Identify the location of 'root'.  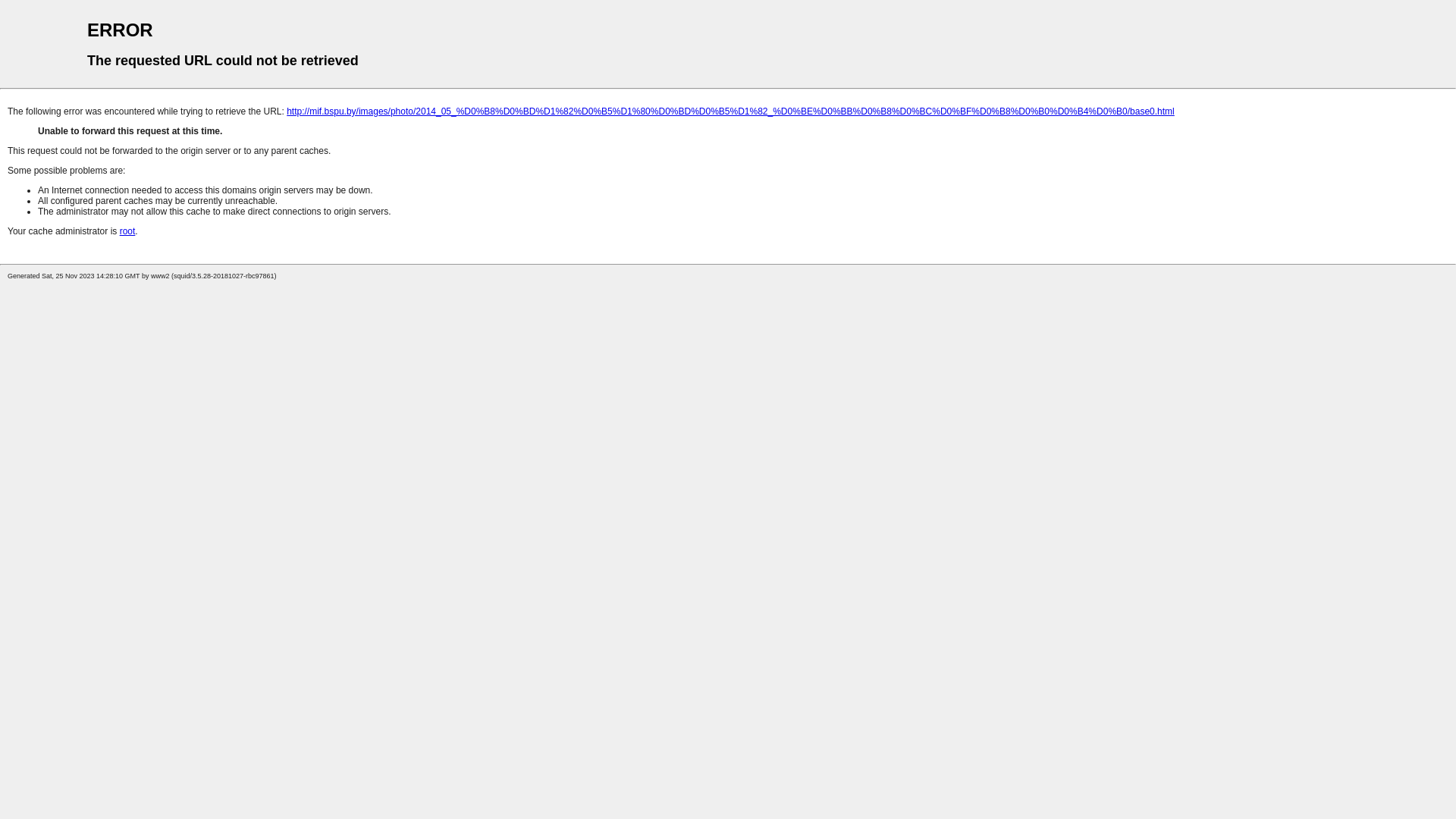
(127, 231).